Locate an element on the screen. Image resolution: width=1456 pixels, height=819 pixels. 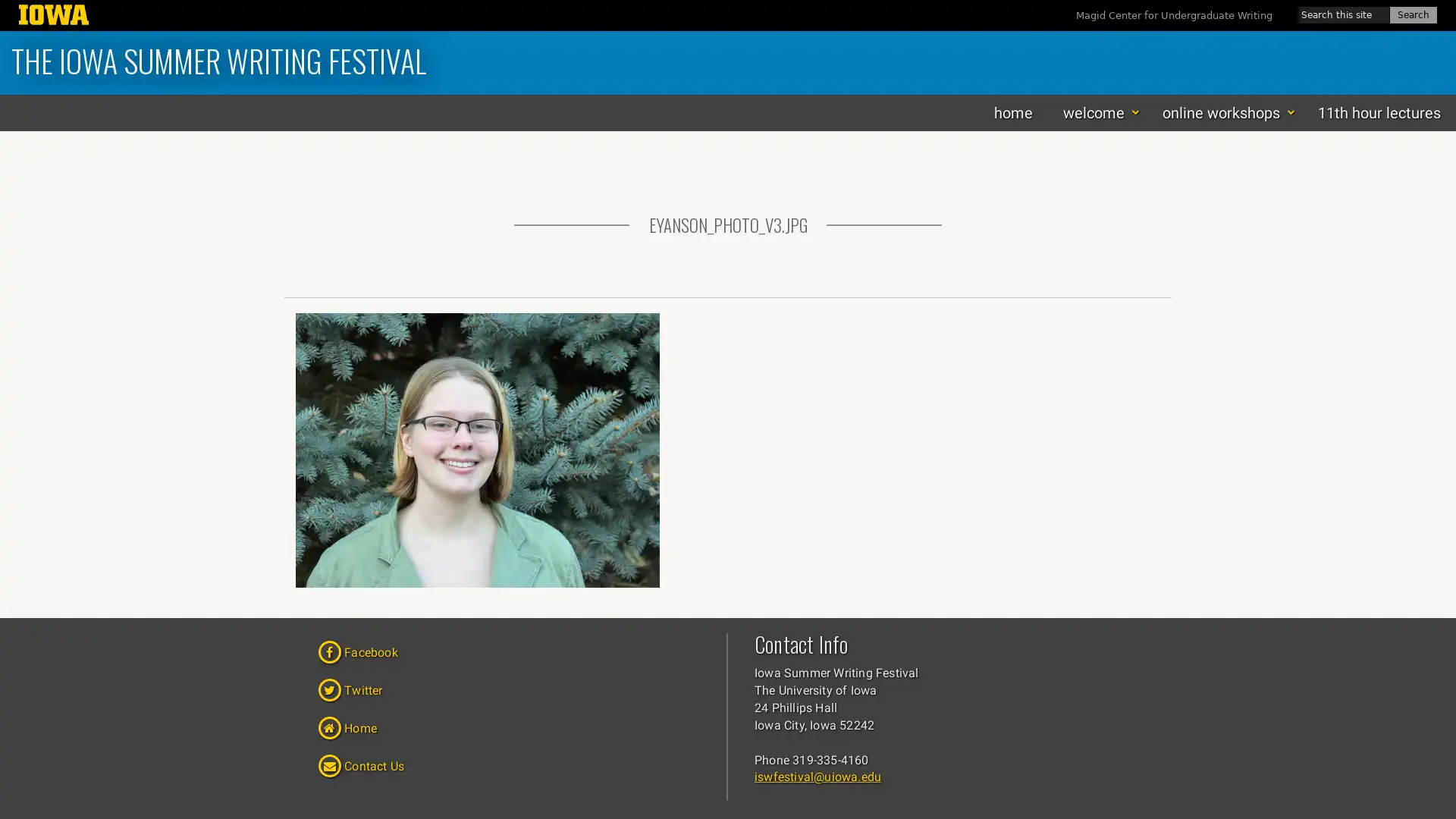
Search is located at coordinates (1412, 14).